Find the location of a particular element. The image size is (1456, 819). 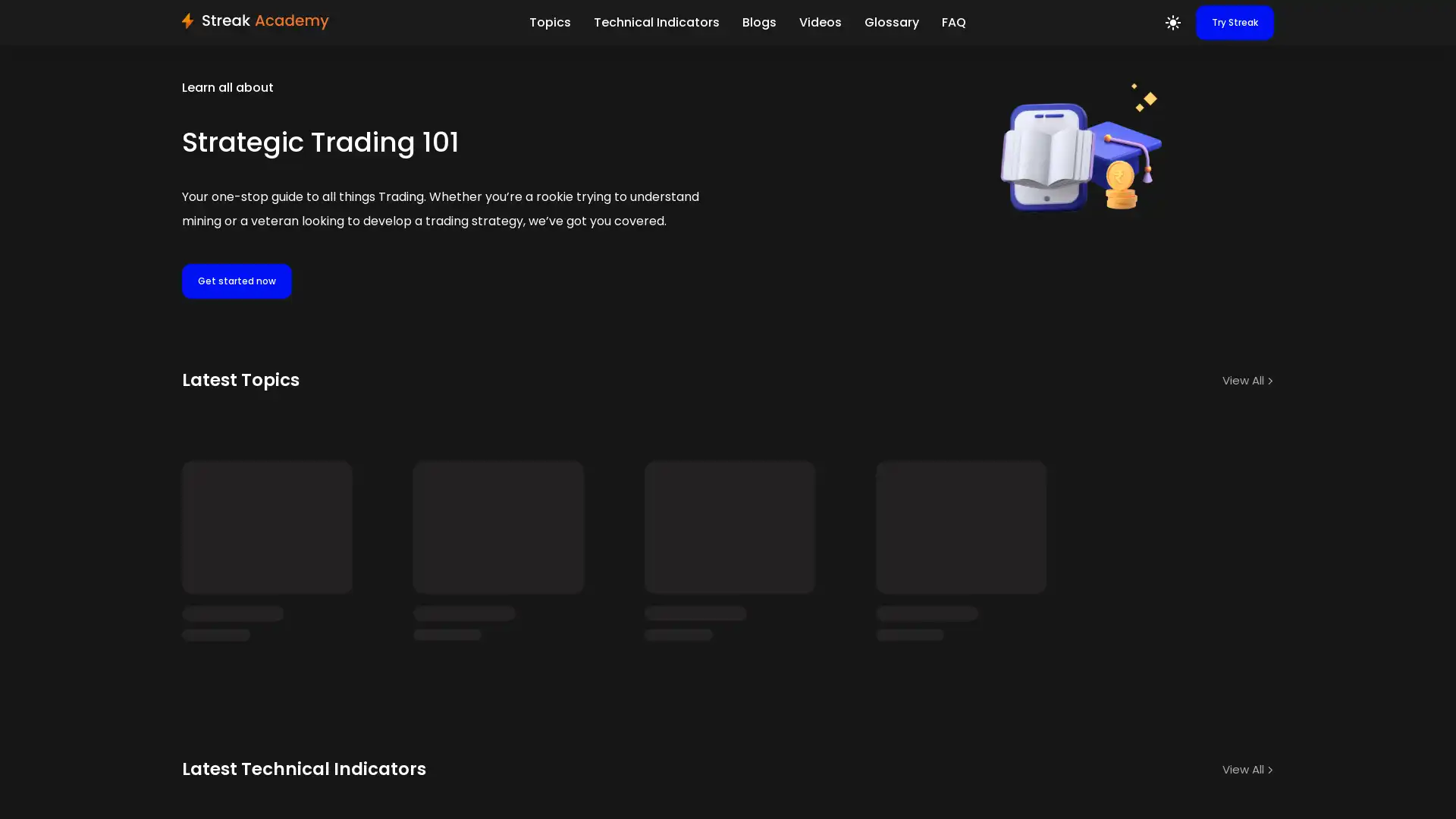

Glossary is located at coordinates (891, 23).